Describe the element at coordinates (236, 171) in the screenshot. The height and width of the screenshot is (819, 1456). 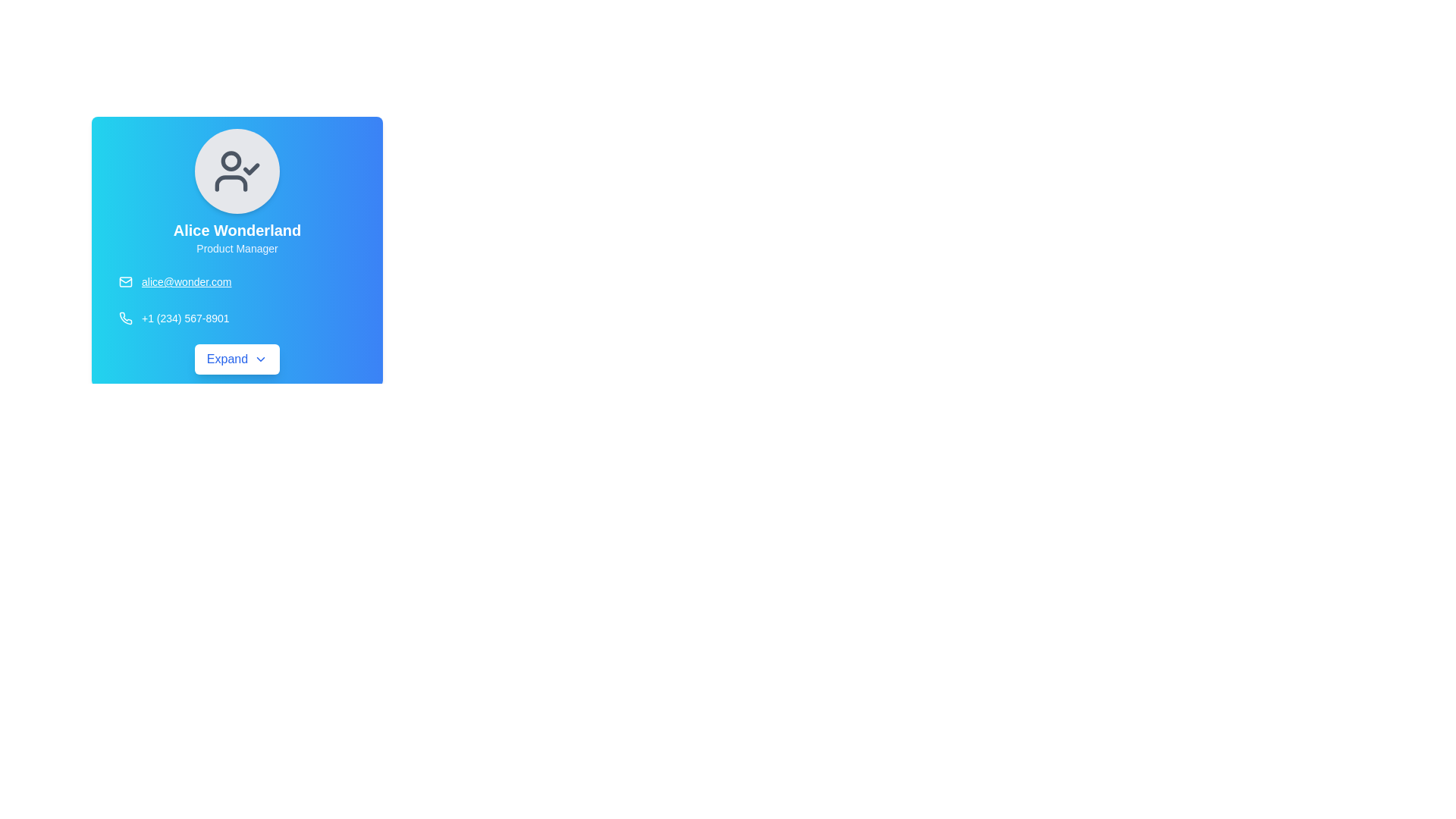
I see `the circular icon with a gray background representing a verified user, located above the name 'Alice Wonderland' and the title 'Product Manager'` at that location.